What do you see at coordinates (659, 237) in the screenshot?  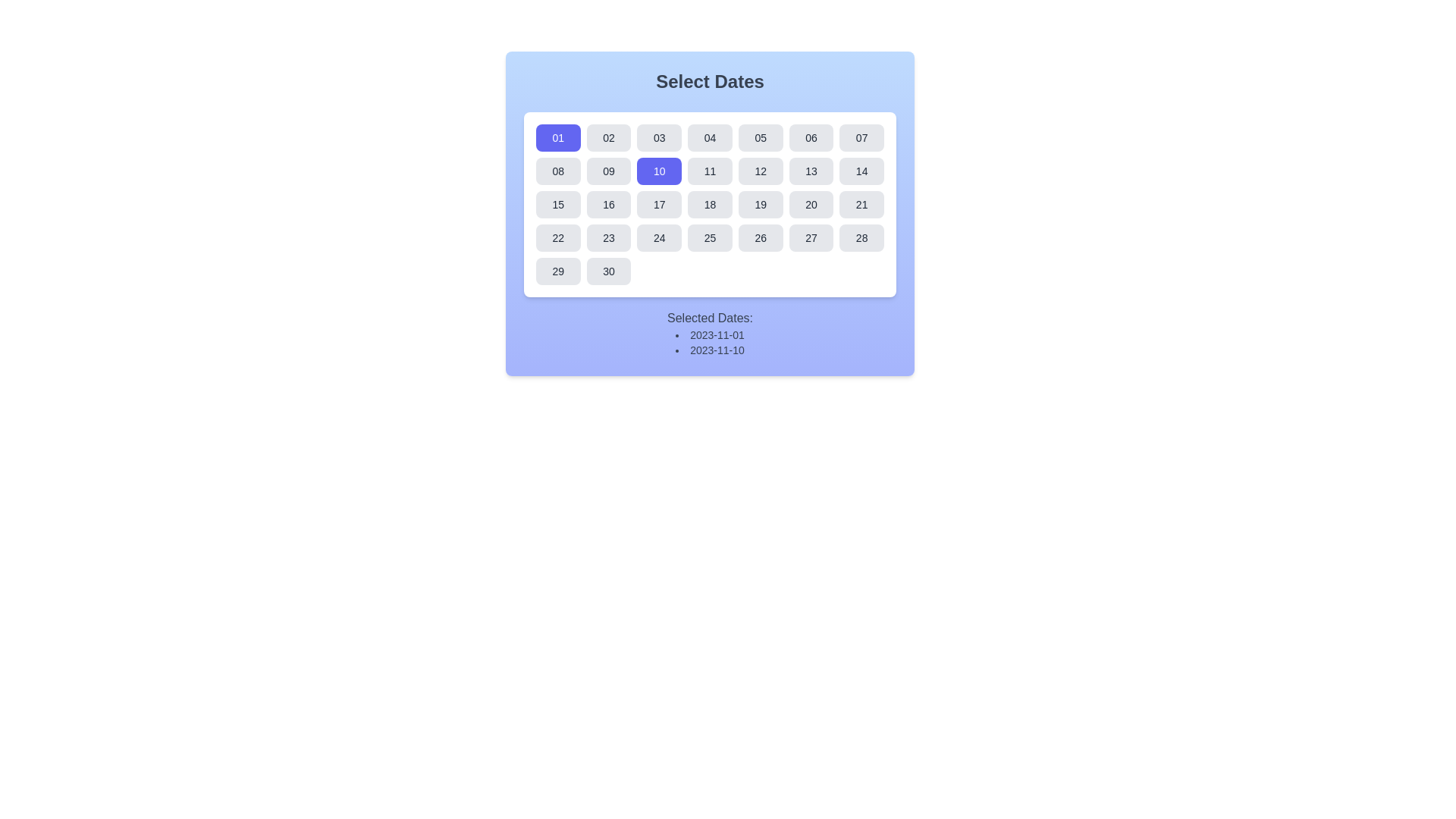 I see `the button representing the date '24' in the calendar interface` at bounding box center [659, 237].